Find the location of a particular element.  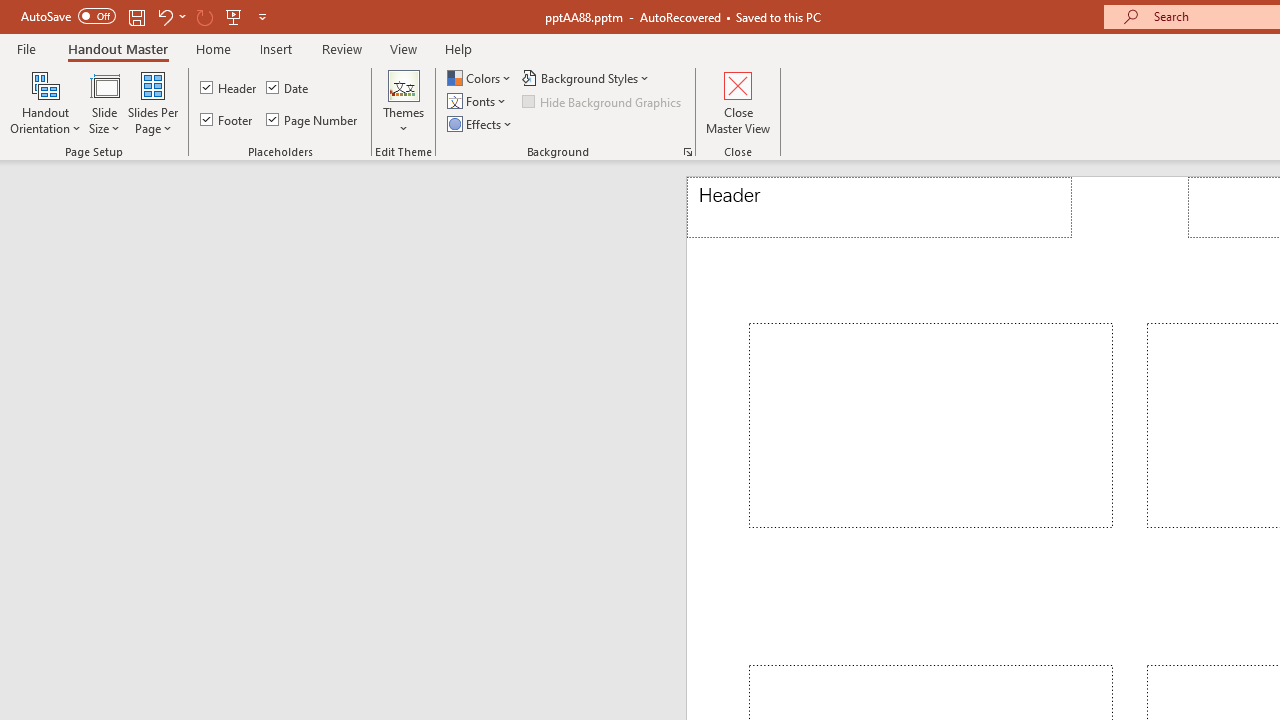

'Handout Orientation' is located at coordinates (46, 103).